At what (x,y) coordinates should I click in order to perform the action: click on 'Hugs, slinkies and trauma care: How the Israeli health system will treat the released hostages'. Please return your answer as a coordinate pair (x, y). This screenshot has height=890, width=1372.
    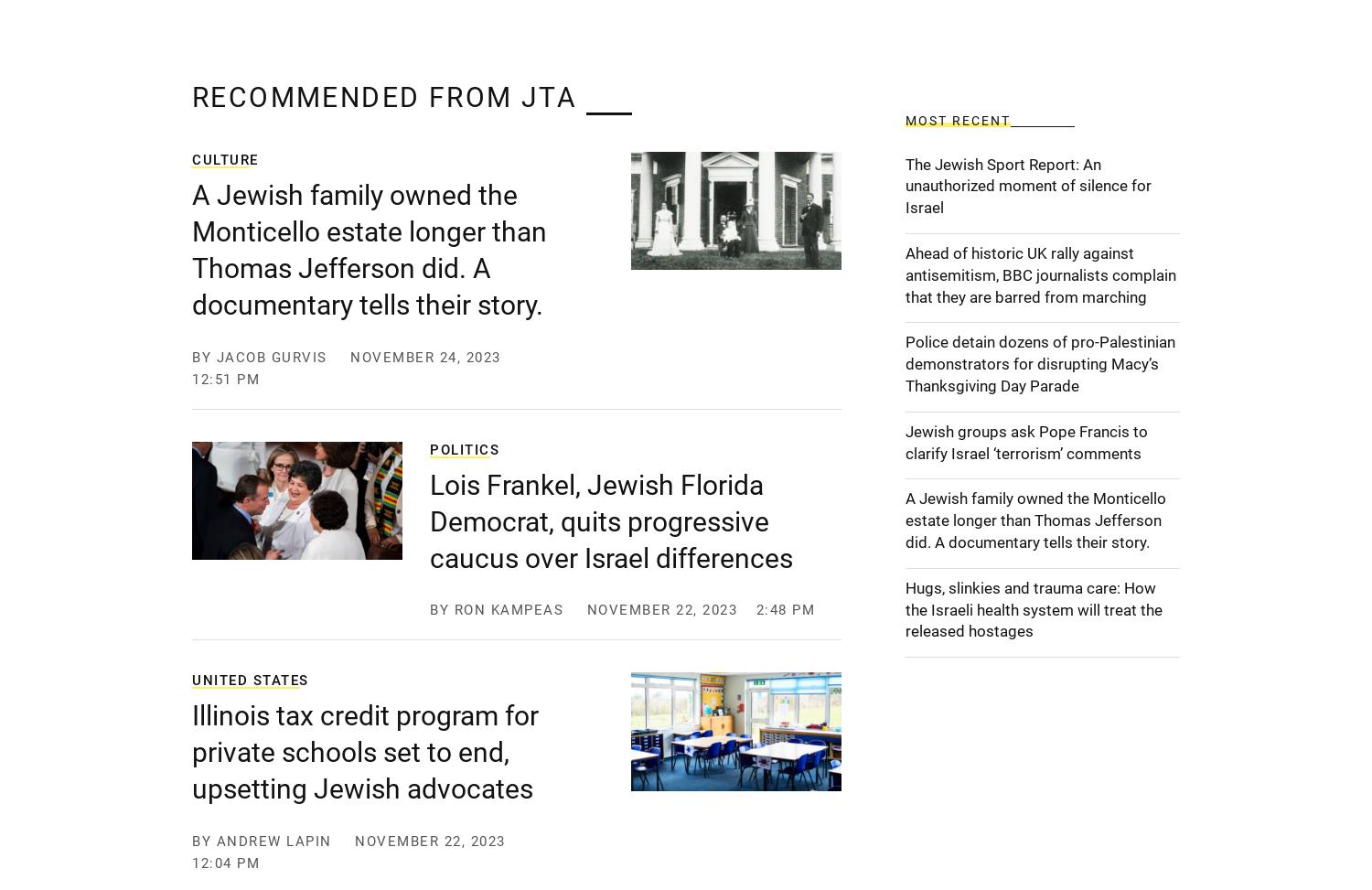
    Looking at the image, I should click on (1034, 608).